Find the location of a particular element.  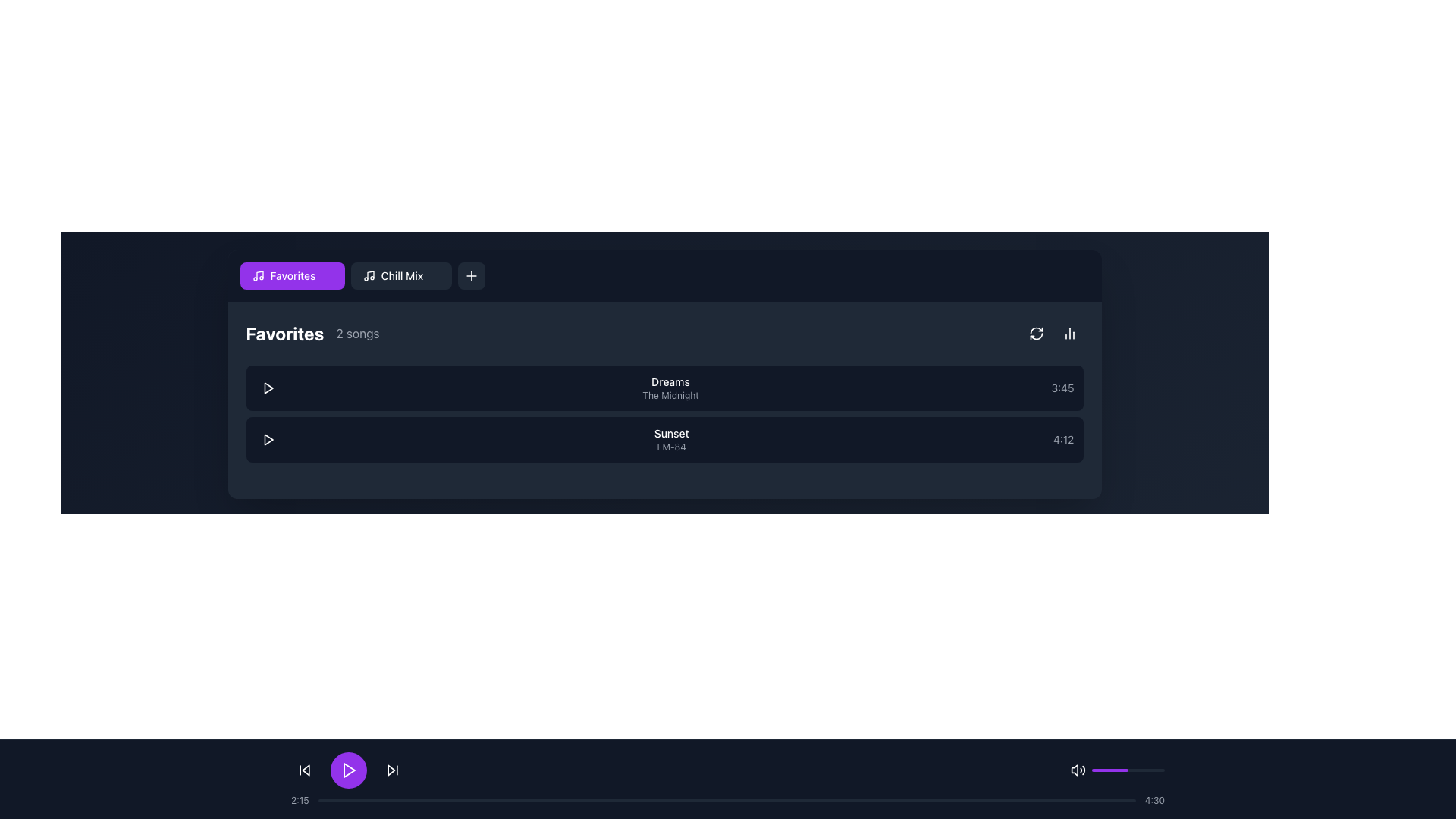

the volume slider is located at coordinates (1100, 770).